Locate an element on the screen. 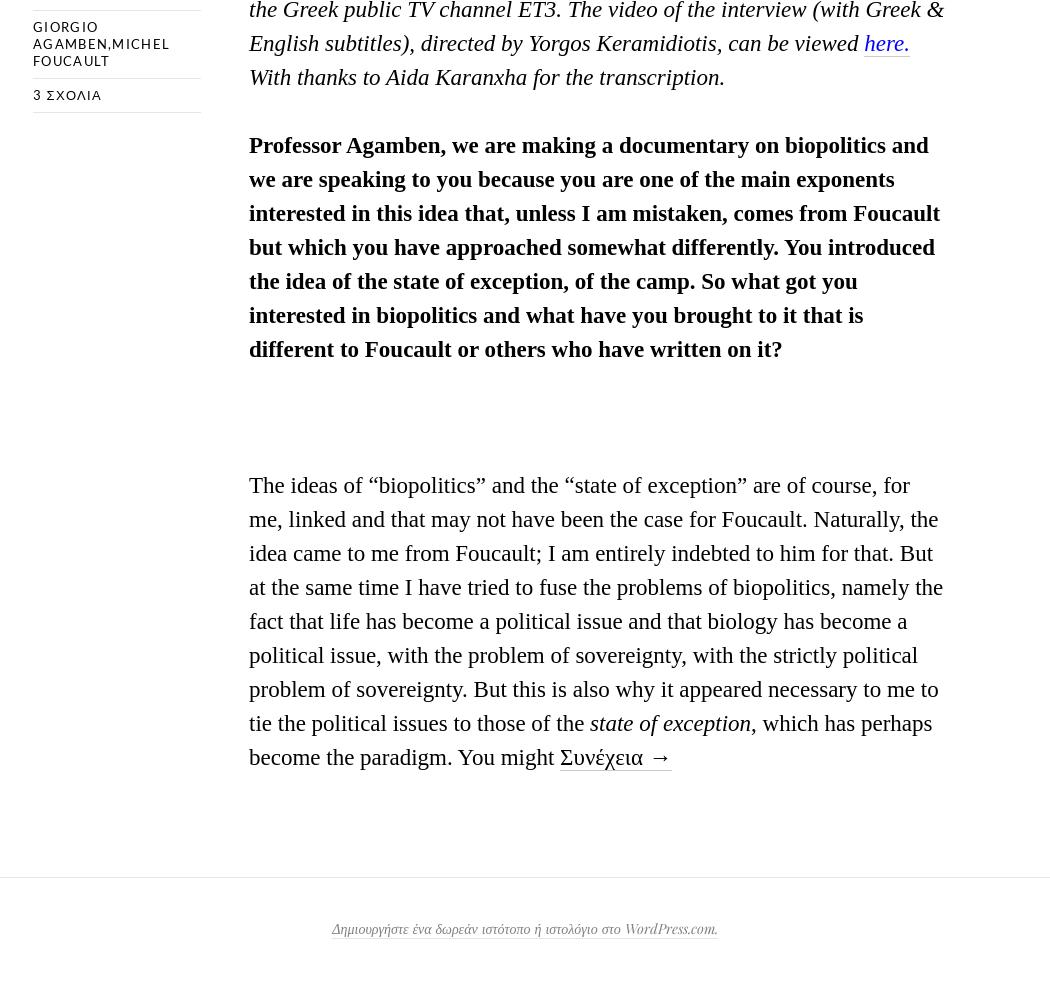 Image resolution: width=1050 pixels, height=1000 pixels. 'Giorgio Agamben' is located at coordinates (69, 34).